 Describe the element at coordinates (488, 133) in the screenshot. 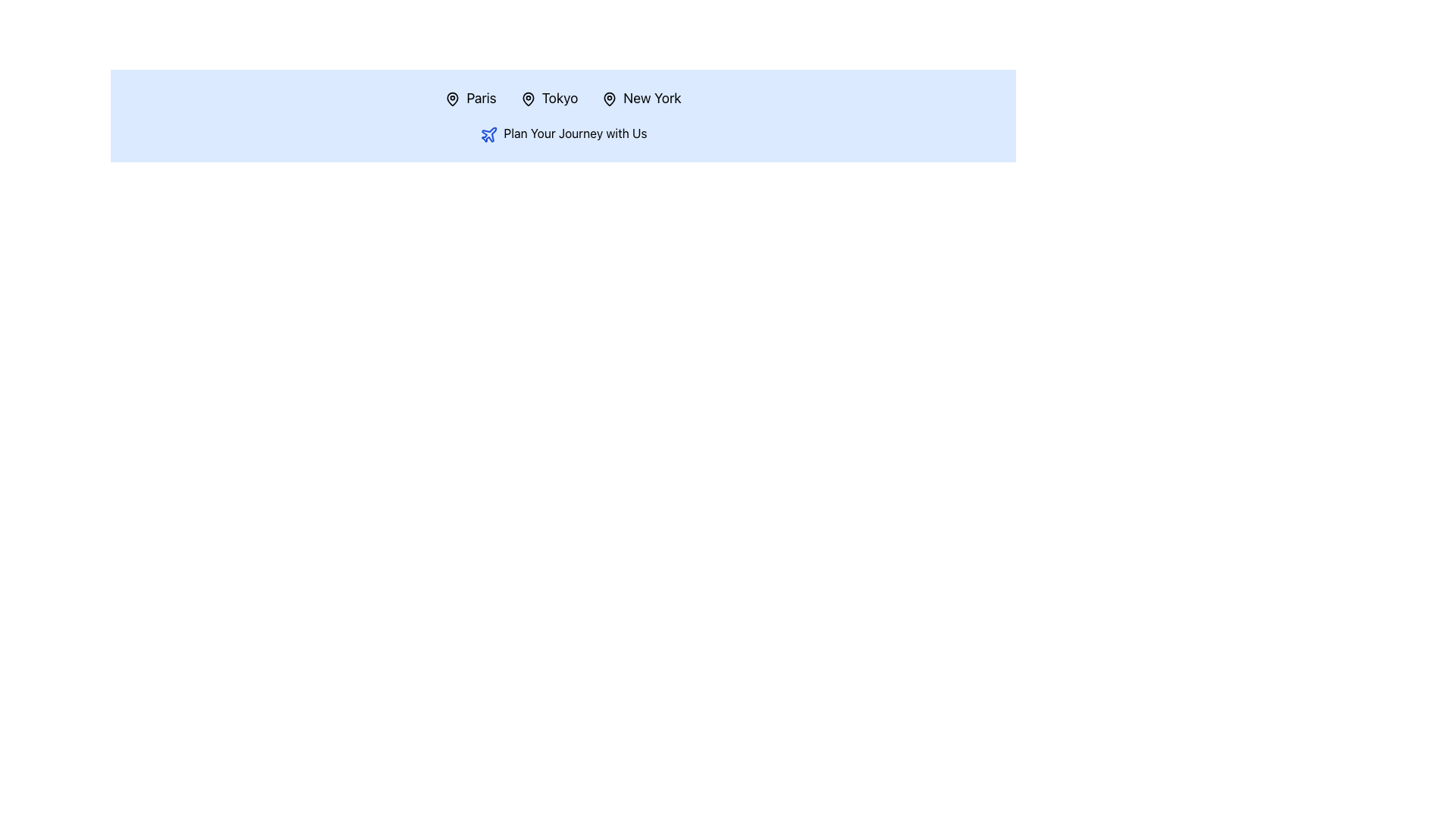

I see `the travel icon located to the left of the text 'Plan Your Journey with Us', which serves as a decorative emblem for planning journeys` at that location.